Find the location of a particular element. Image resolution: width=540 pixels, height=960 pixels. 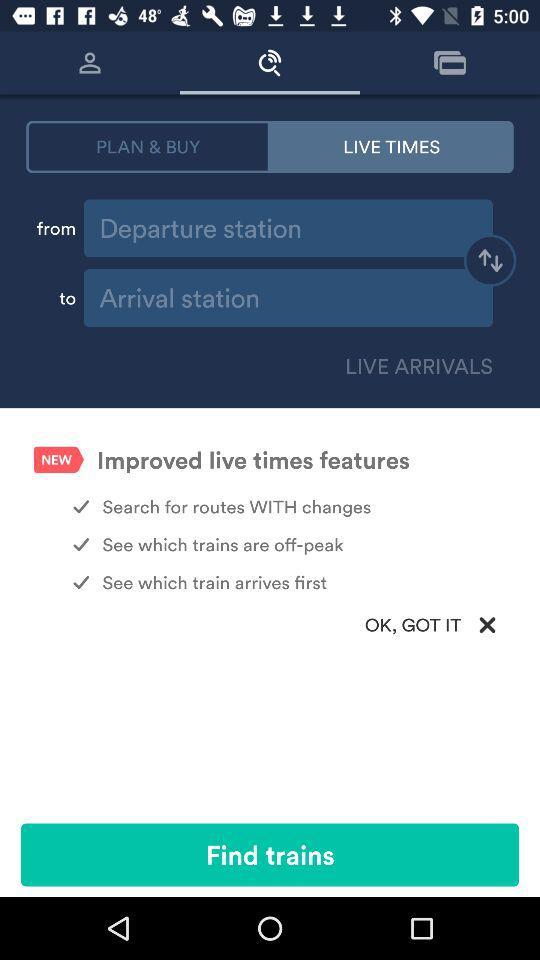

the find trains is located at coordinates (270, 853).